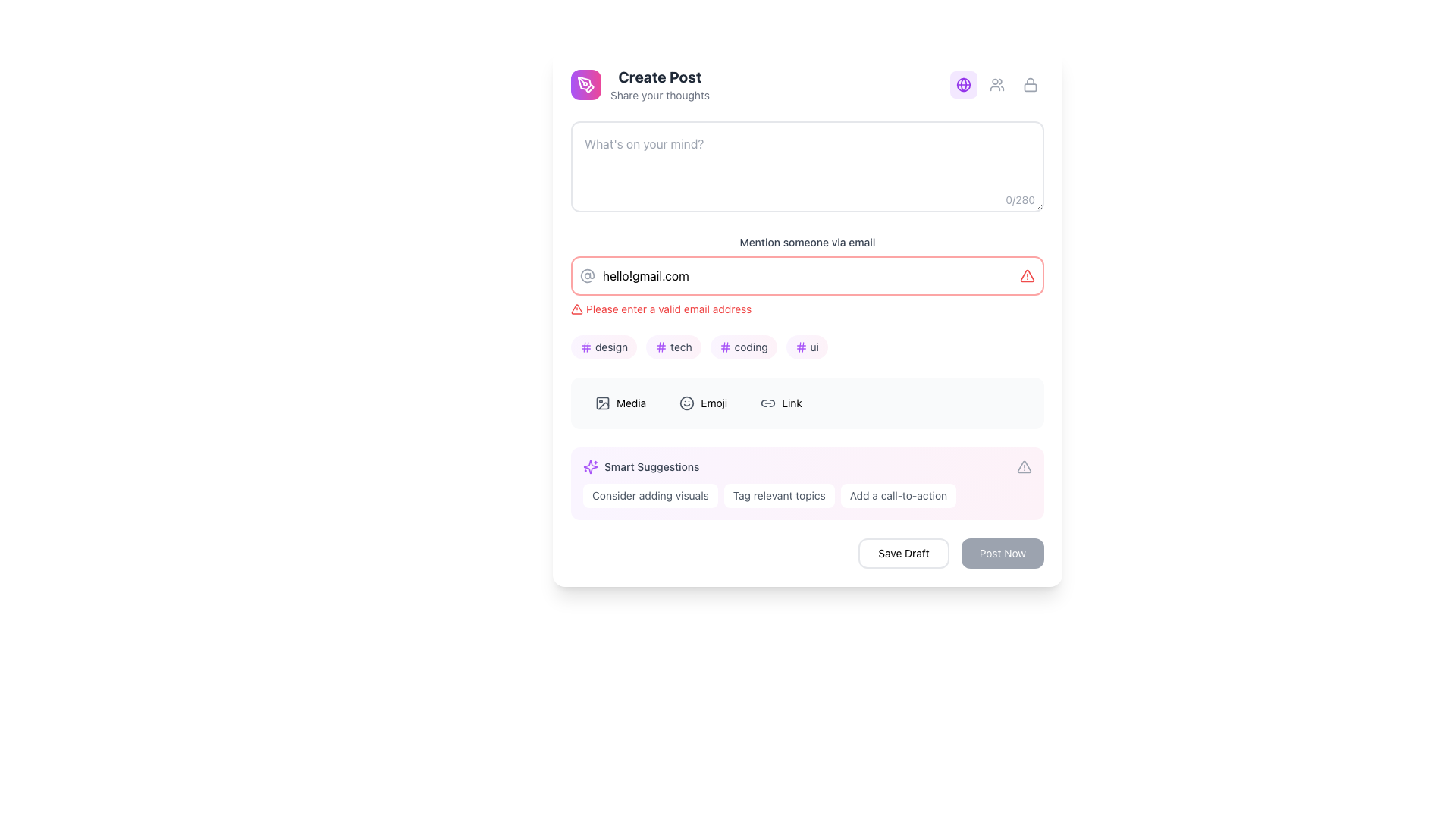 The height and width of the screenshot is (819, 1456). What do you see at coordinates (807, 347) in the screenshot?
I see `the interactive tag buttons located below the red-bordered error message about an invalid email address and above the options panel labeled 'Media,' 'Emoji,' and 'Link'` at bounding box center [807, 347].